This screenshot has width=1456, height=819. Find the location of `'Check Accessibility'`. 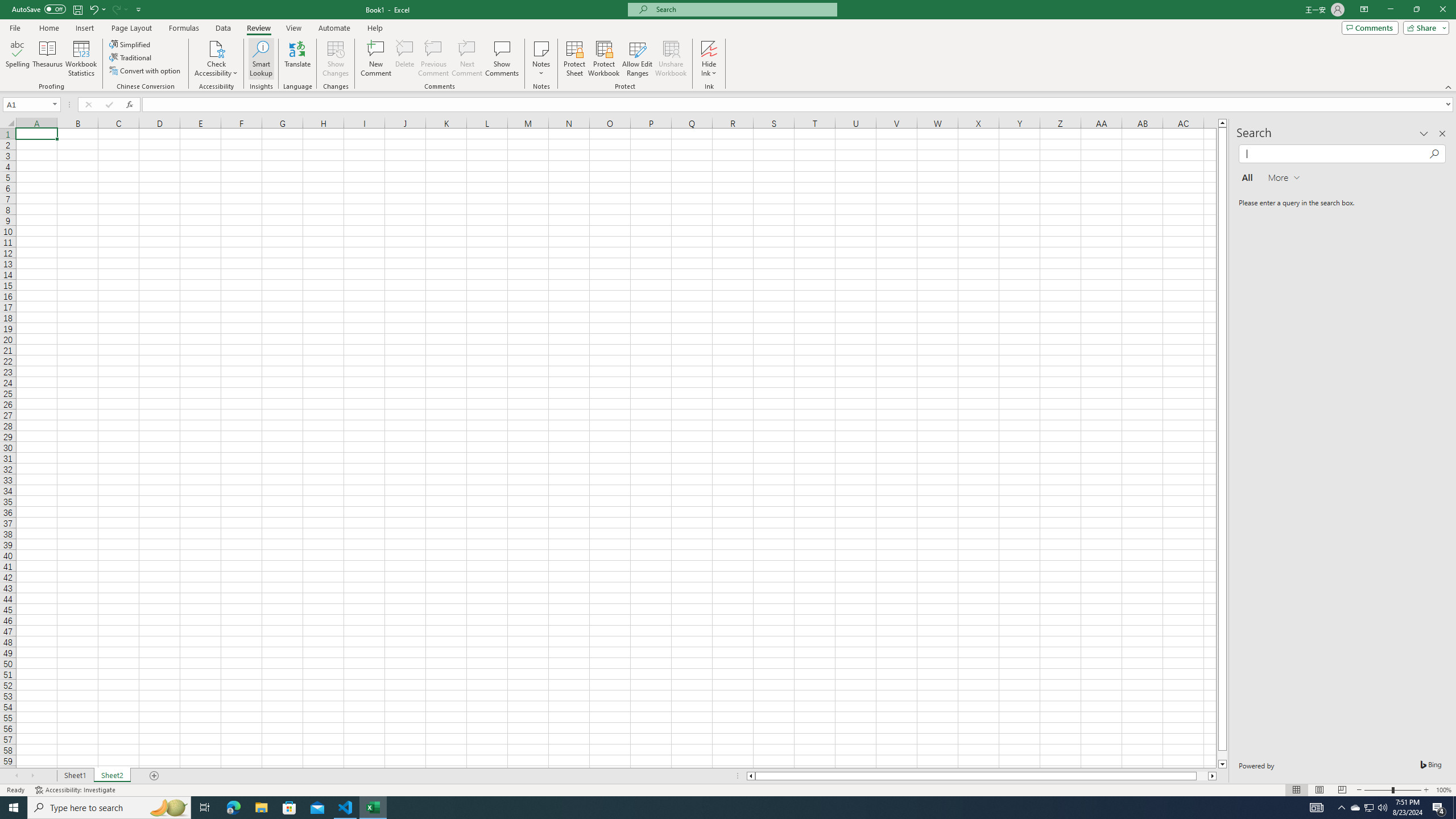

'Check Accessibility' is located at coordinates (216, 48).